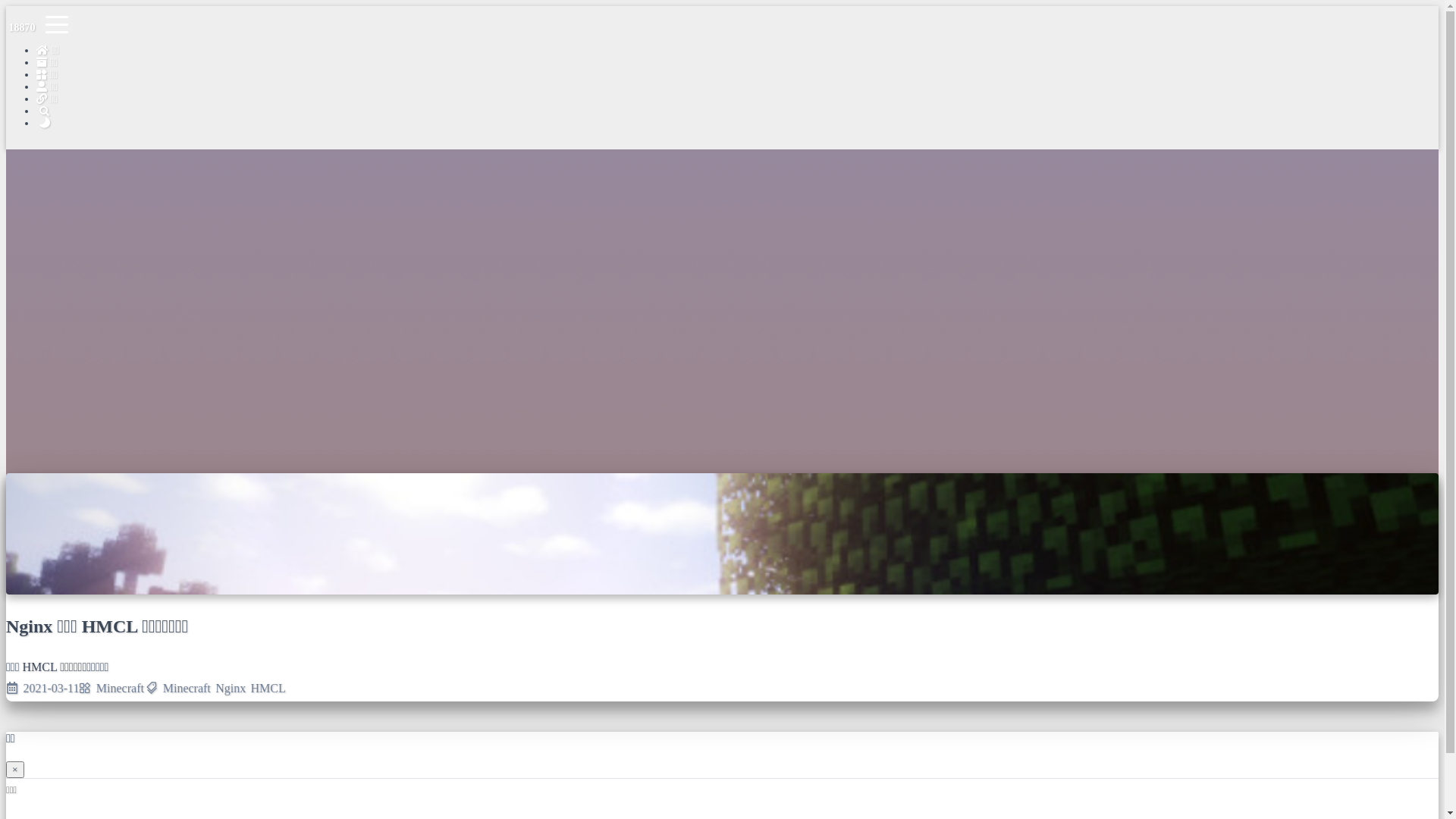  Describe the element at coordinates (229, 688) in the screenshot. I see `'Nginx'` at that location.